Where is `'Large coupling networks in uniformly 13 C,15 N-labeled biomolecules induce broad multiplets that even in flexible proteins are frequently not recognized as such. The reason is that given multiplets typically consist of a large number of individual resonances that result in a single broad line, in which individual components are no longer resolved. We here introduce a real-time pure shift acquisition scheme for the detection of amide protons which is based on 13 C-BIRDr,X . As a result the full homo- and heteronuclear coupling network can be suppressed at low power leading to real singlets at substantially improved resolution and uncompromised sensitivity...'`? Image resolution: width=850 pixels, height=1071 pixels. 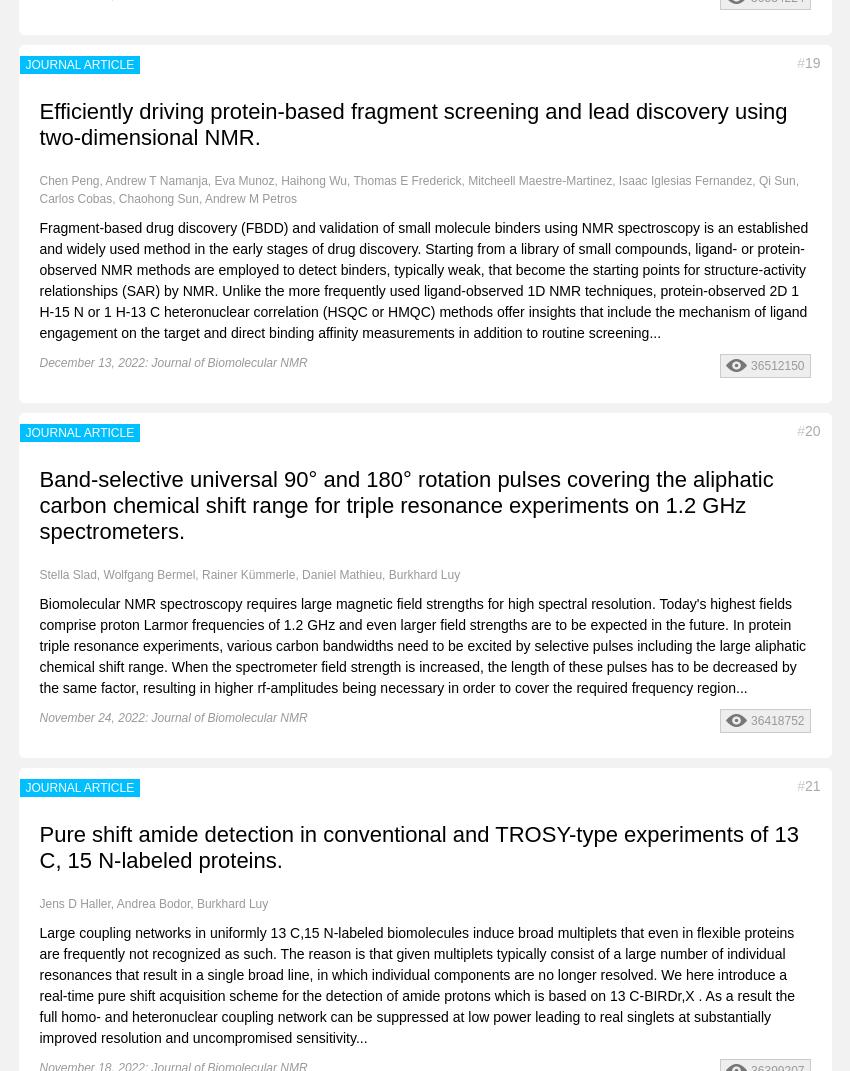
'Large coupling networks in uniformly 13 C,15 N-labeled biomolecules induce broad multiplets that even in flexible proteins are frequently not recognized as such. The reason is that given multiplets typically consist of a large number of individual resonances that result in a single broad line, in which individual components are no longer resolved. We here introduce a real-time pure shift acquisition scheme for the detection of amide protons which is based on 13 C-BIRDr,X . As a result the full homo- and heteronuclear coupling network can be suppressed at low power leading to real singlets at substantially improved resolution and uncompromised sensitivity...' is located at coordinates (417, 983).